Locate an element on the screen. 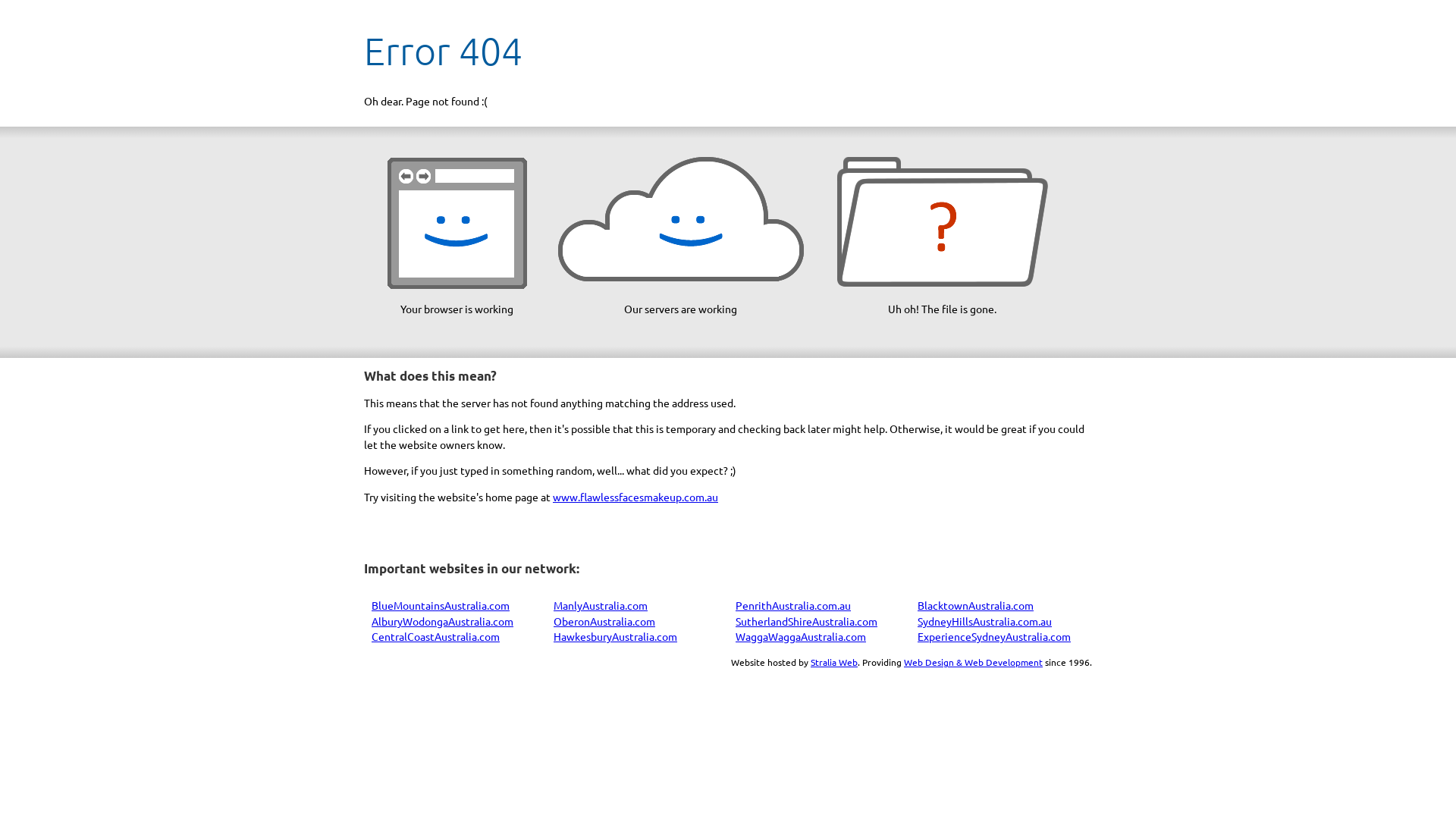 The height and width of the screenshot is (819, 1456). 'WaggaWaggaAustralia.com' is located at coordinates (800, 636).